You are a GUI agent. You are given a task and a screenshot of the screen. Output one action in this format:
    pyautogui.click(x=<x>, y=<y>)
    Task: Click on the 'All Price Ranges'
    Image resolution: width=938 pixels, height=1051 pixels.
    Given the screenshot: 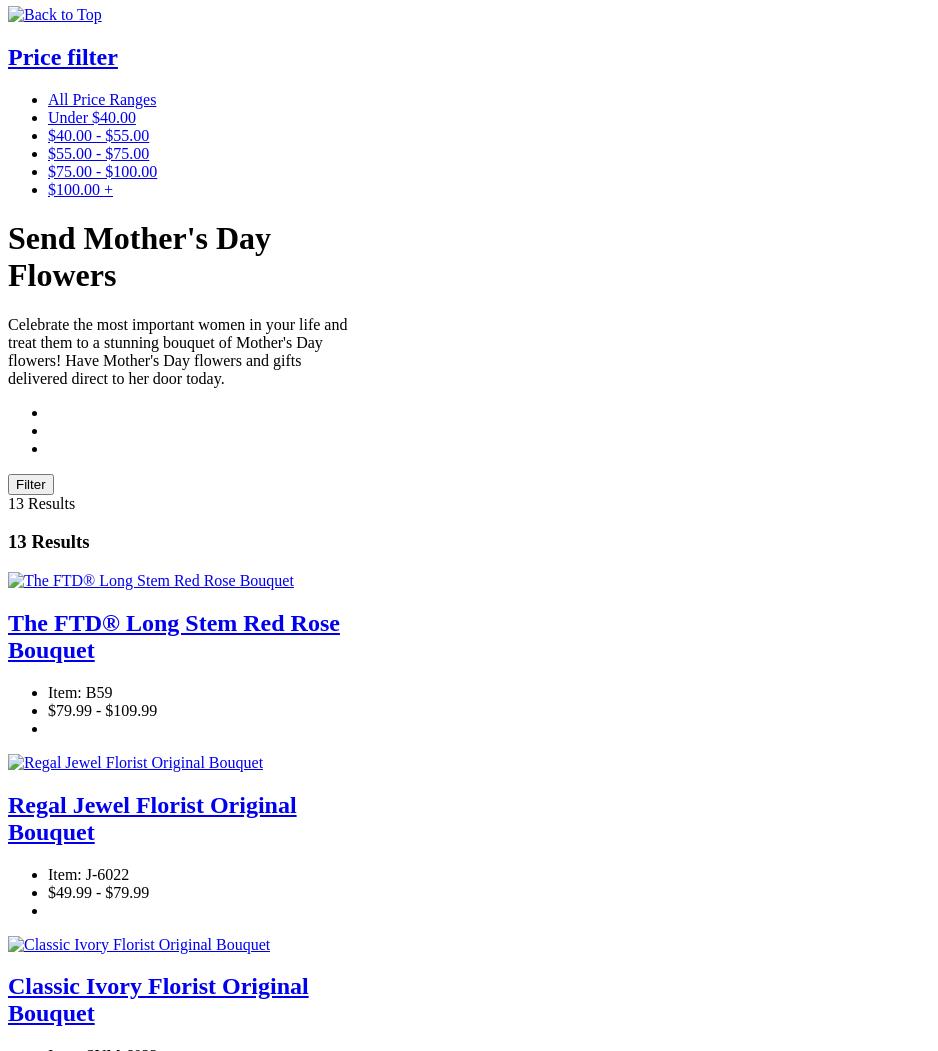 What is the action you would take?
    pyautogui.click(x=100, y=98)
    